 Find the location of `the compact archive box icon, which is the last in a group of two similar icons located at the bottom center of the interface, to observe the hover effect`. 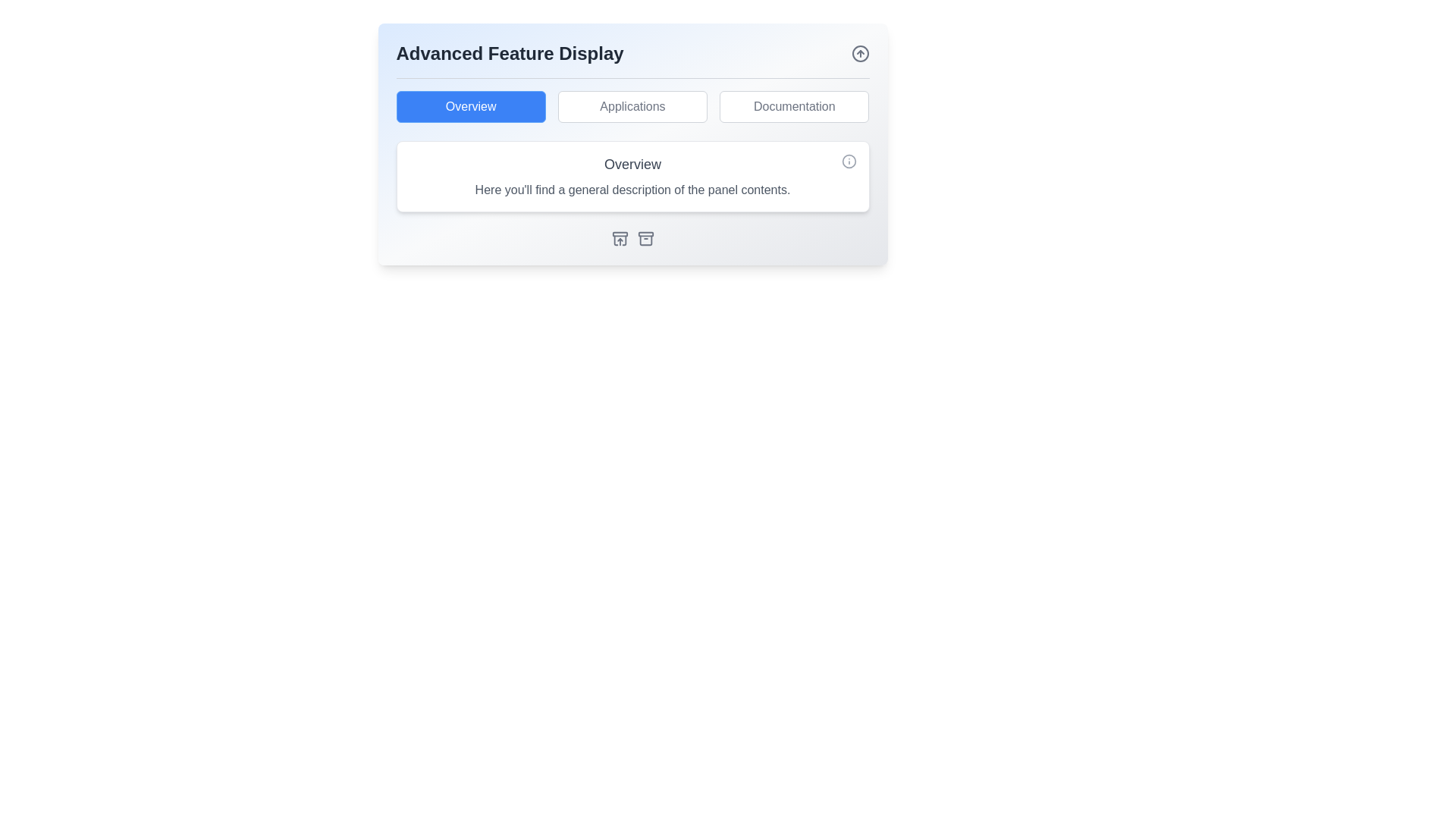

the compact archive box icon, which is the last in a group of two similar icons located at the bottom center of the interface, to observe the hover effect is located at coordinates (645, 239).